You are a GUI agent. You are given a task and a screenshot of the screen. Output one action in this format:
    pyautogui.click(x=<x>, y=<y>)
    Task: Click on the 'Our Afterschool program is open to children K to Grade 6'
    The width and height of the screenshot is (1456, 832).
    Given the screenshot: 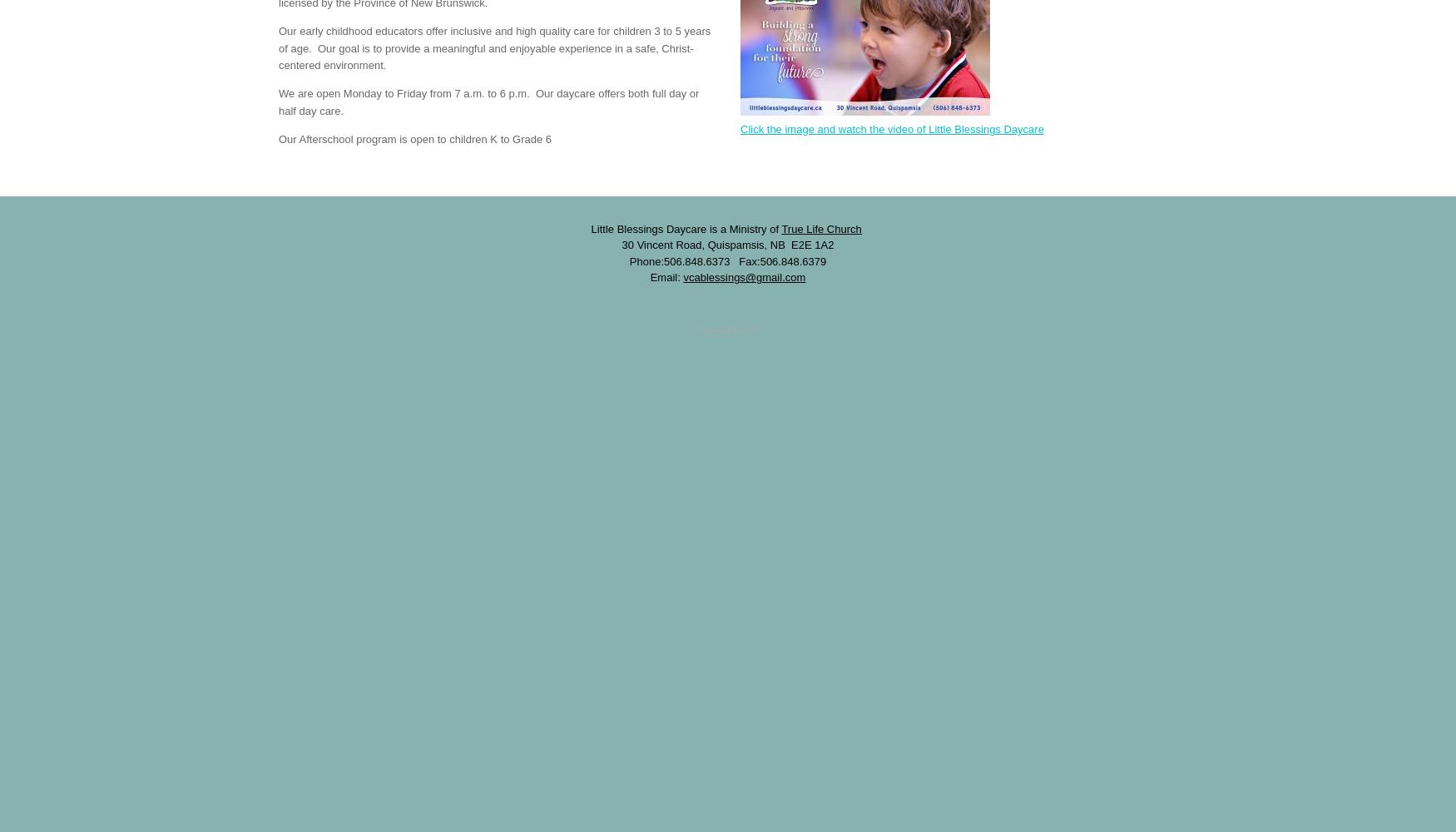 What is the action you would take?
    pyautogui.click(x=414, y=138)
    